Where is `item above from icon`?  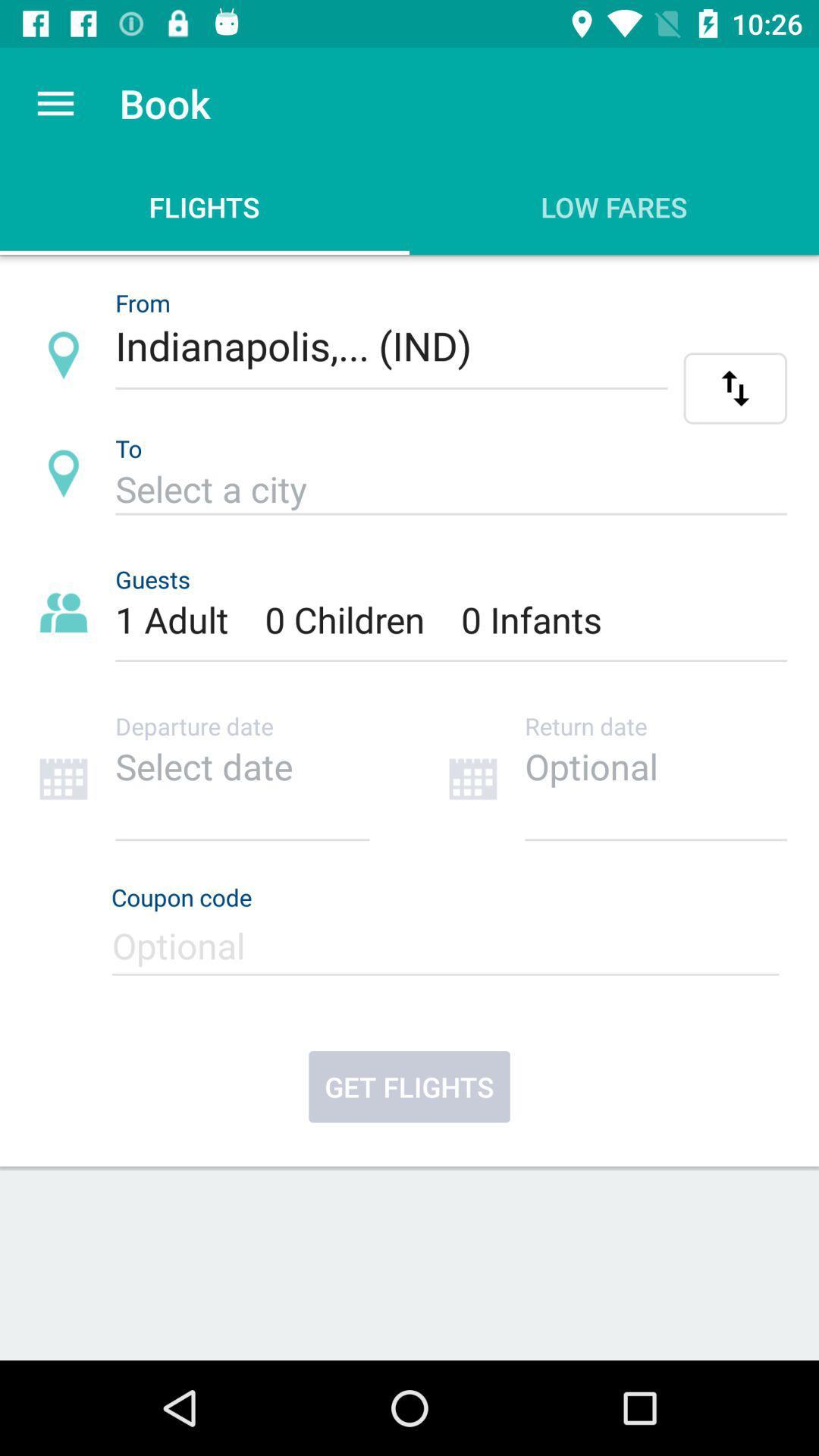
item above from icon is located at coordinates (55, 102).